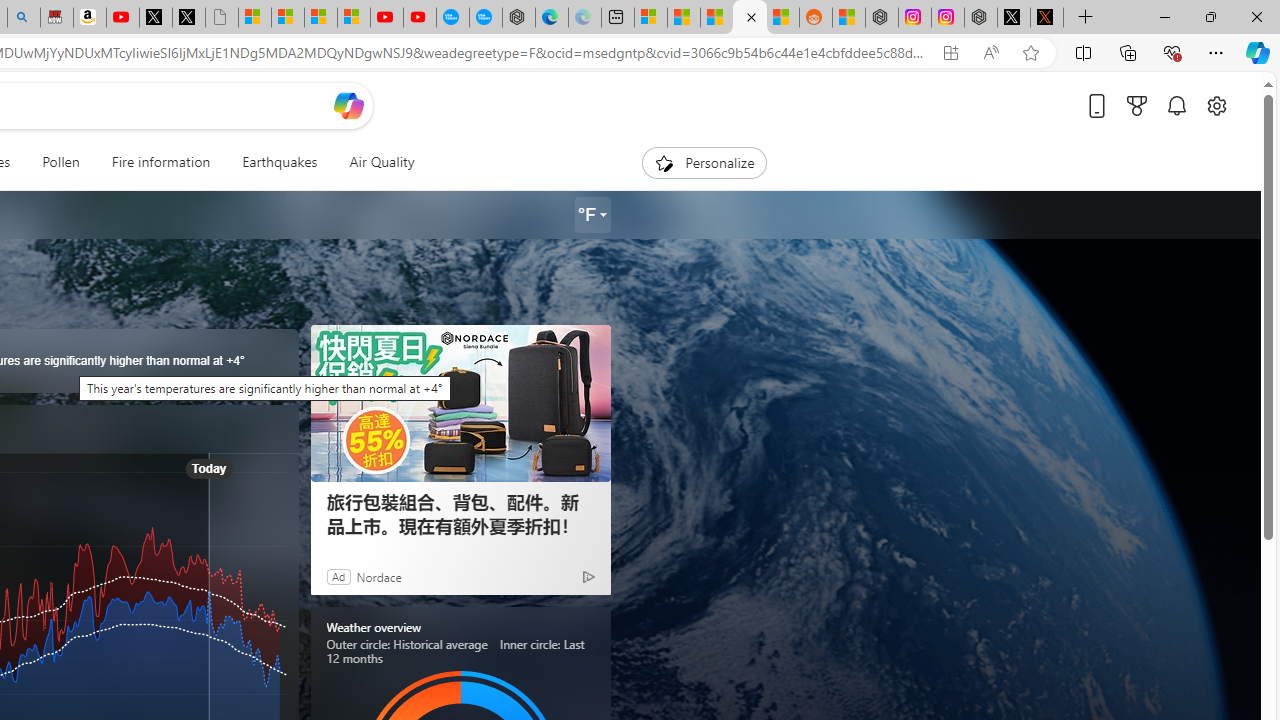  Describe the element at coordinates (348, 105) in the screenshot. I see `'Open Copilot'` at that location.